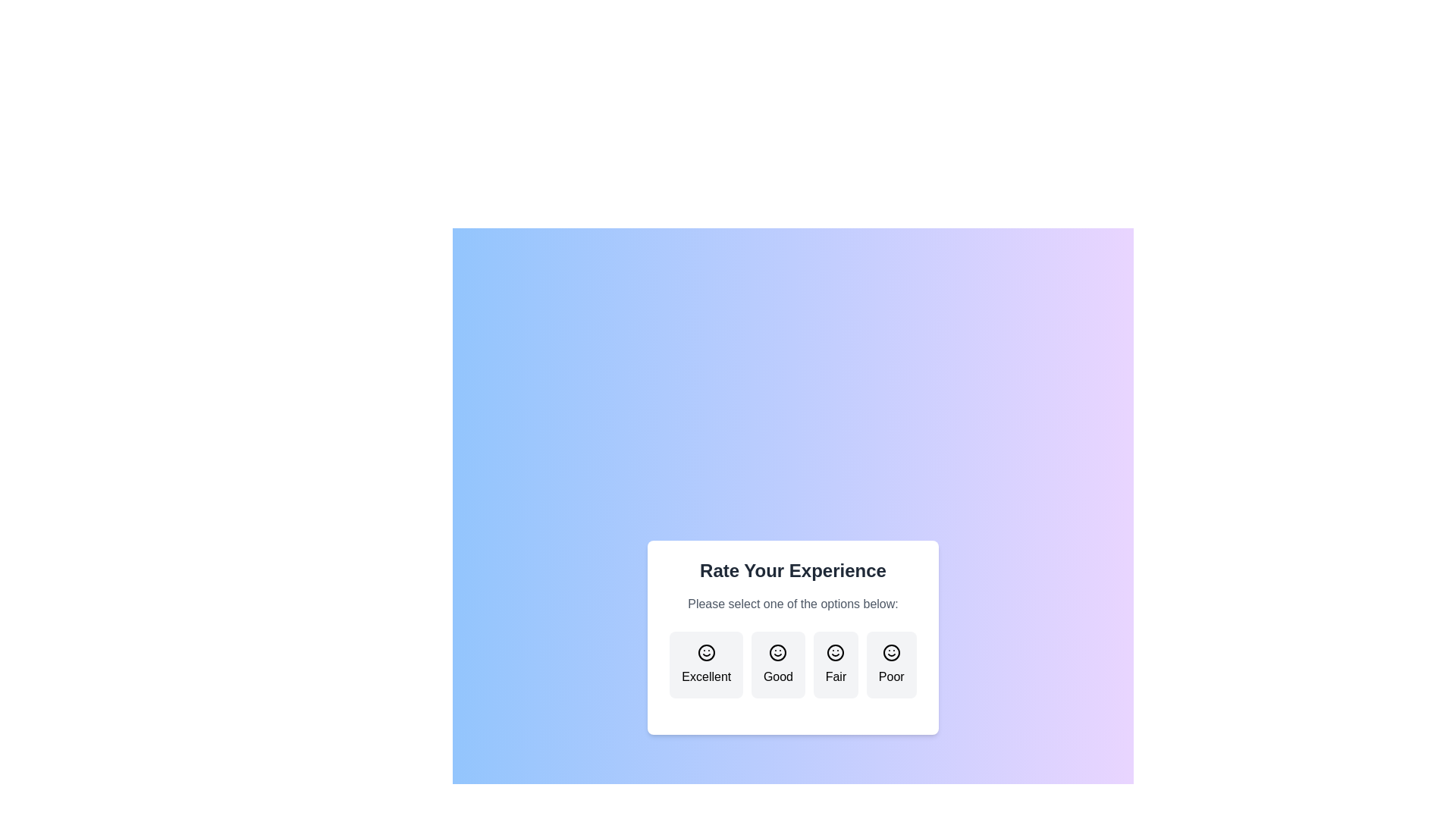  Describe the element at coordinates (778, 651) in the screenshot. I see `the circular outline of the smiley icon representing the 'Good' rating choice, which is the second icon from the left in a group of four options` at that location.